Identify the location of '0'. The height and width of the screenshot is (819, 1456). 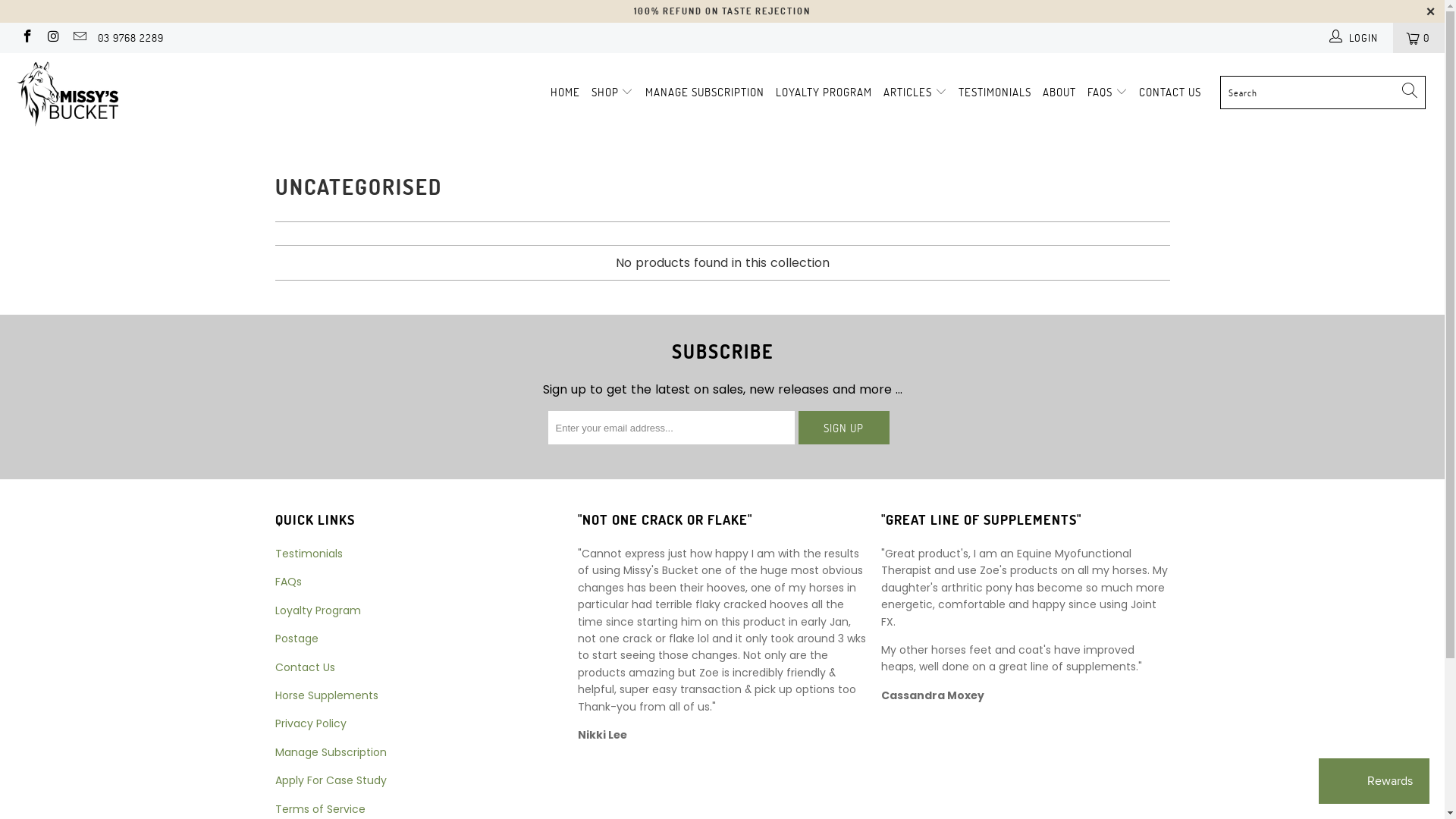
(1418, 37).